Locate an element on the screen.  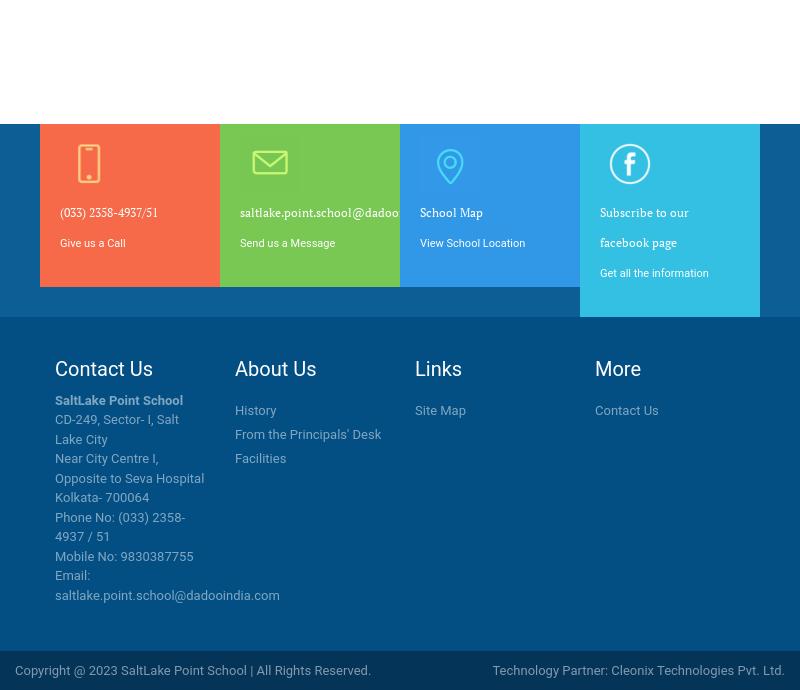
'Send us a Message' is located at coordinates (239, 242).